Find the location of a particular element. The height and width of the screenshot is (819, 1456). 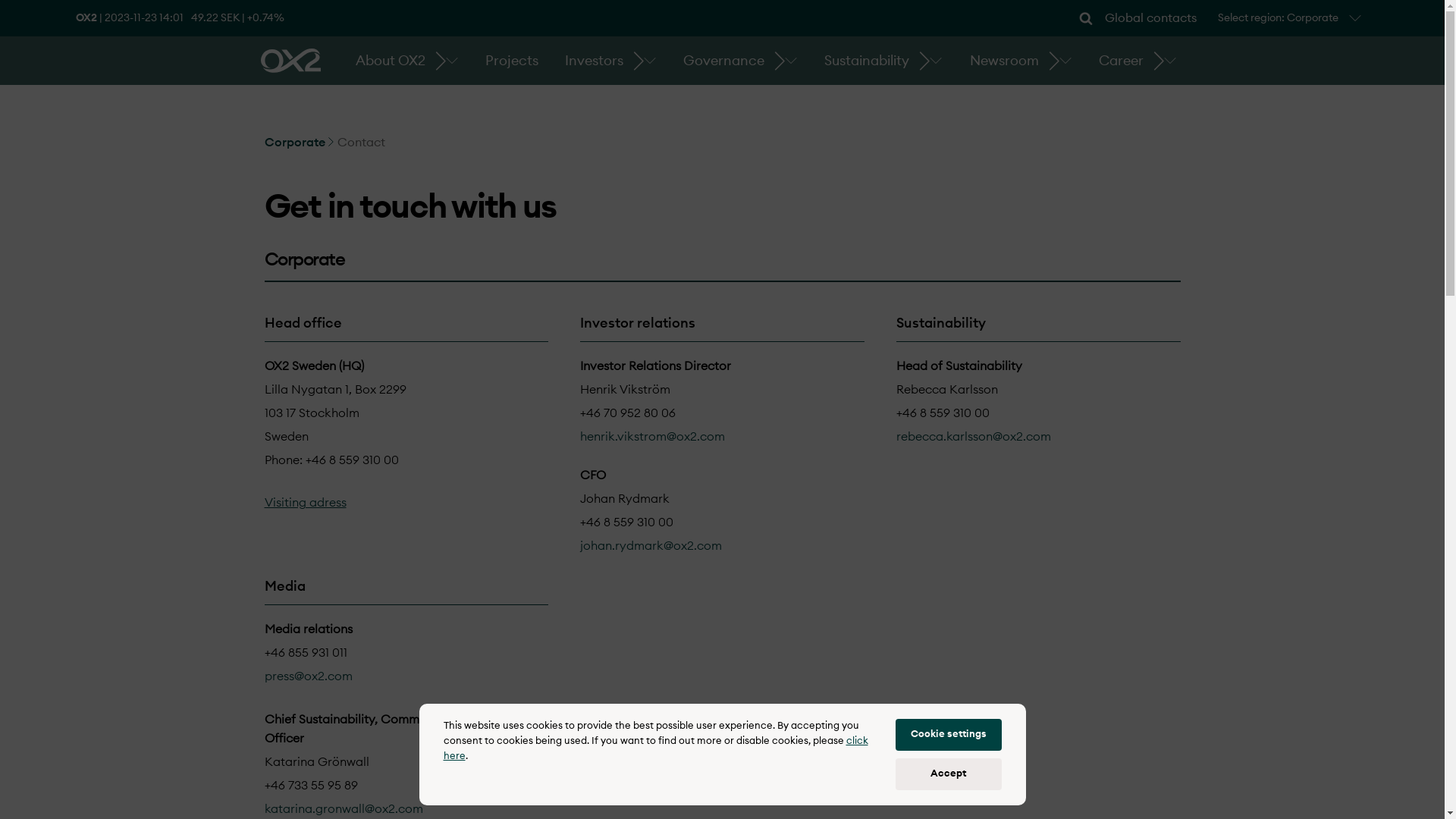

'rebecca.karlsson@ox2.com' is located at coordinates (896, 436).